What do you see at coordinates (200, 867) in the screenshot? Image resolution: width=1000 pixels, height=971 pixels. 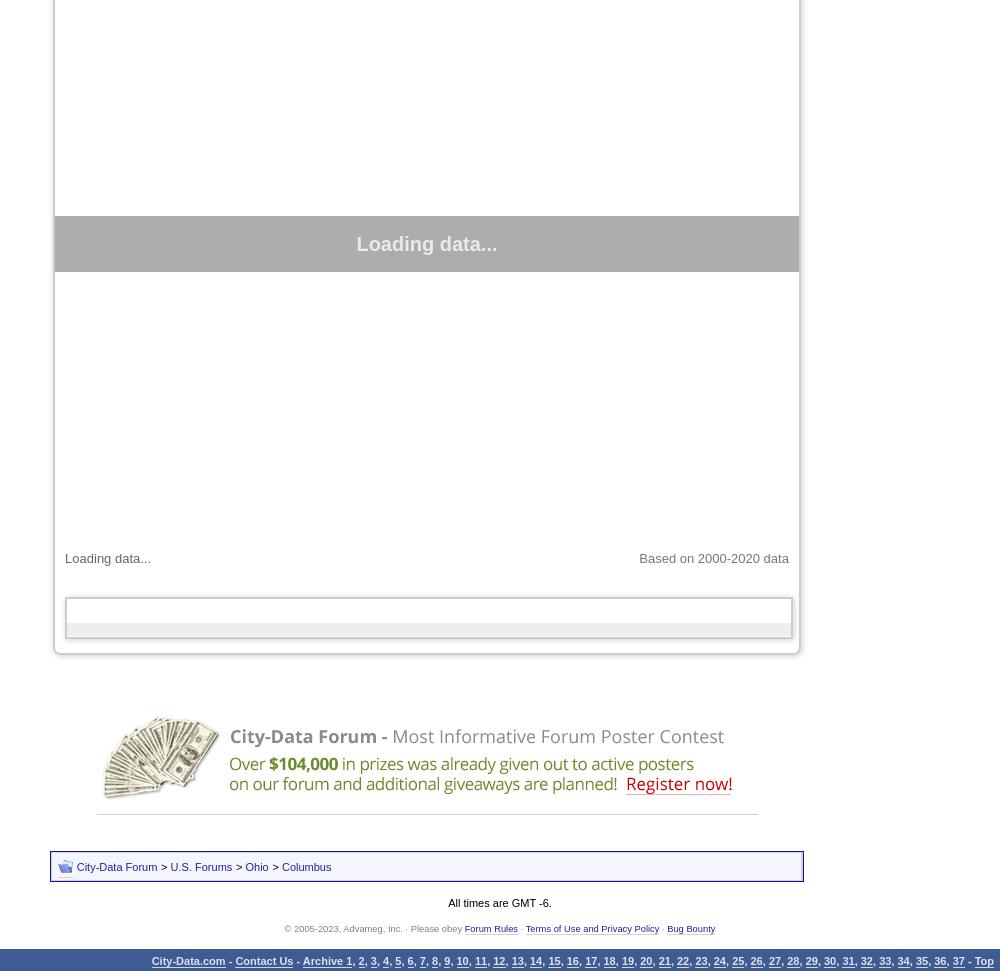 I see `'U.S. Forums'` at bounding box center [200, 867].